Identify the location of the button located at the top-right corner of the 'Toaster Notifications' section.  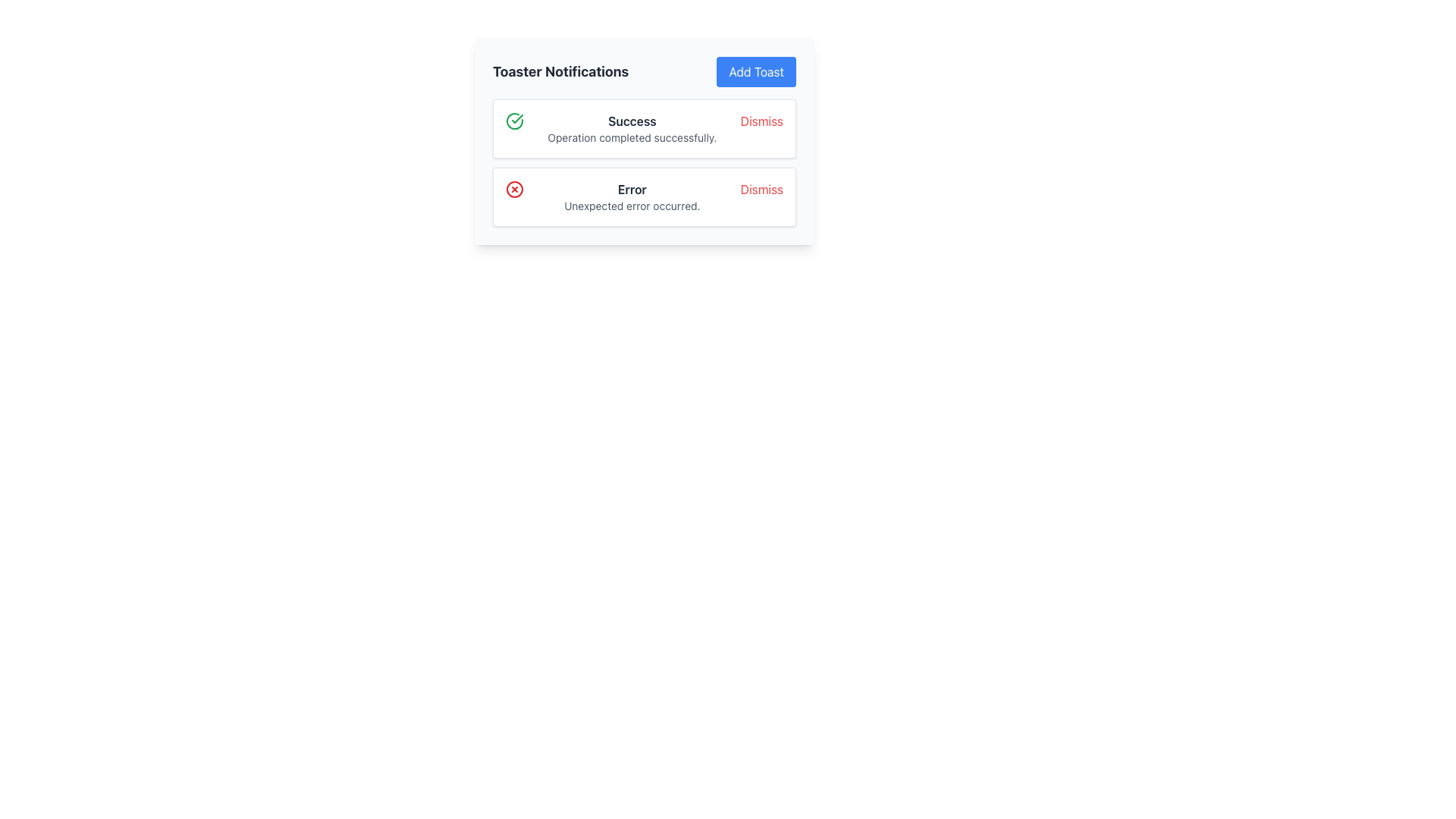
(756, 72).